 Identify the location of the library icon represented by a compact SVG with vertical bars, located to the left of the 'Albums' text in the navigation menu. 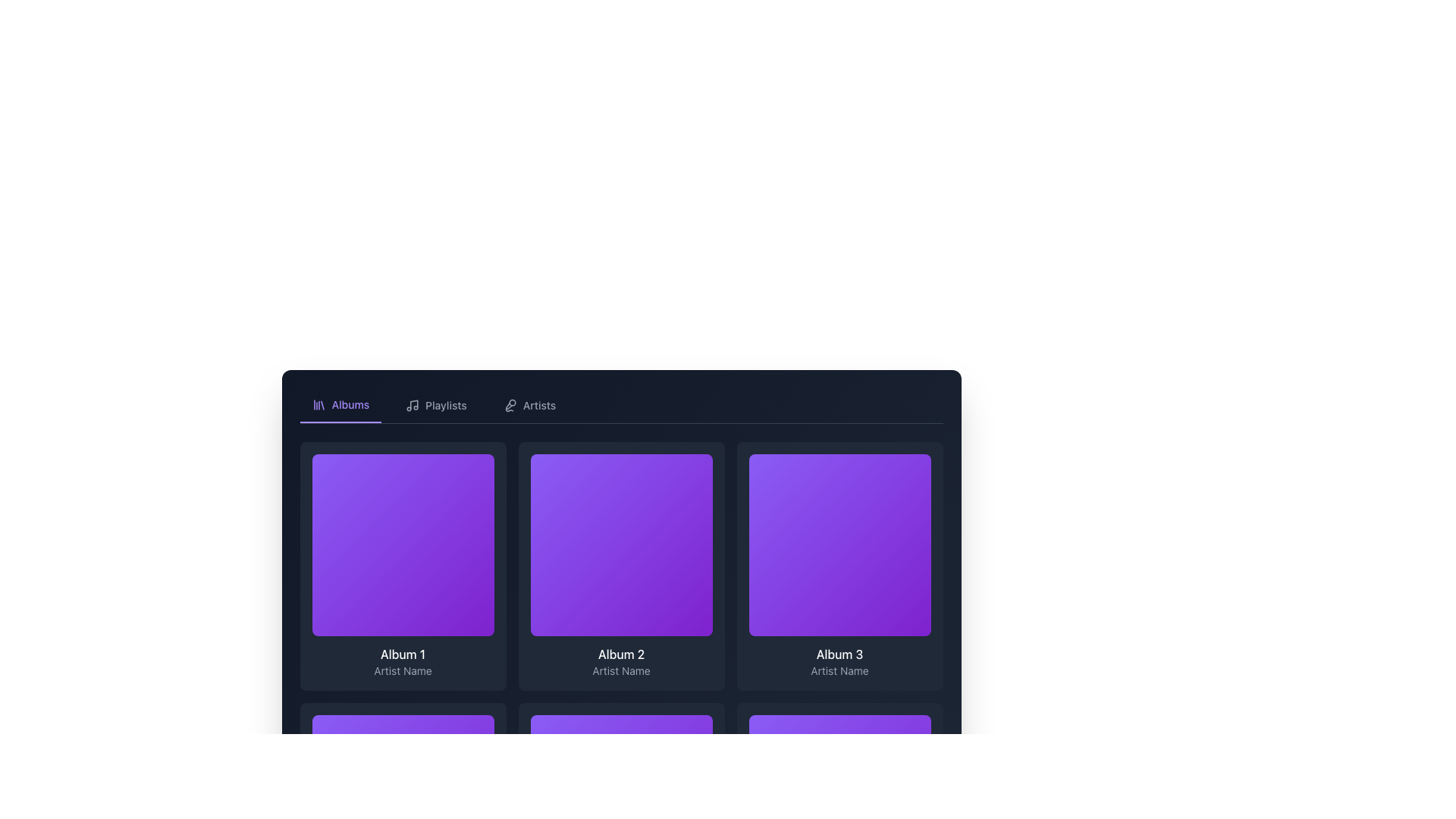
(318, 403).